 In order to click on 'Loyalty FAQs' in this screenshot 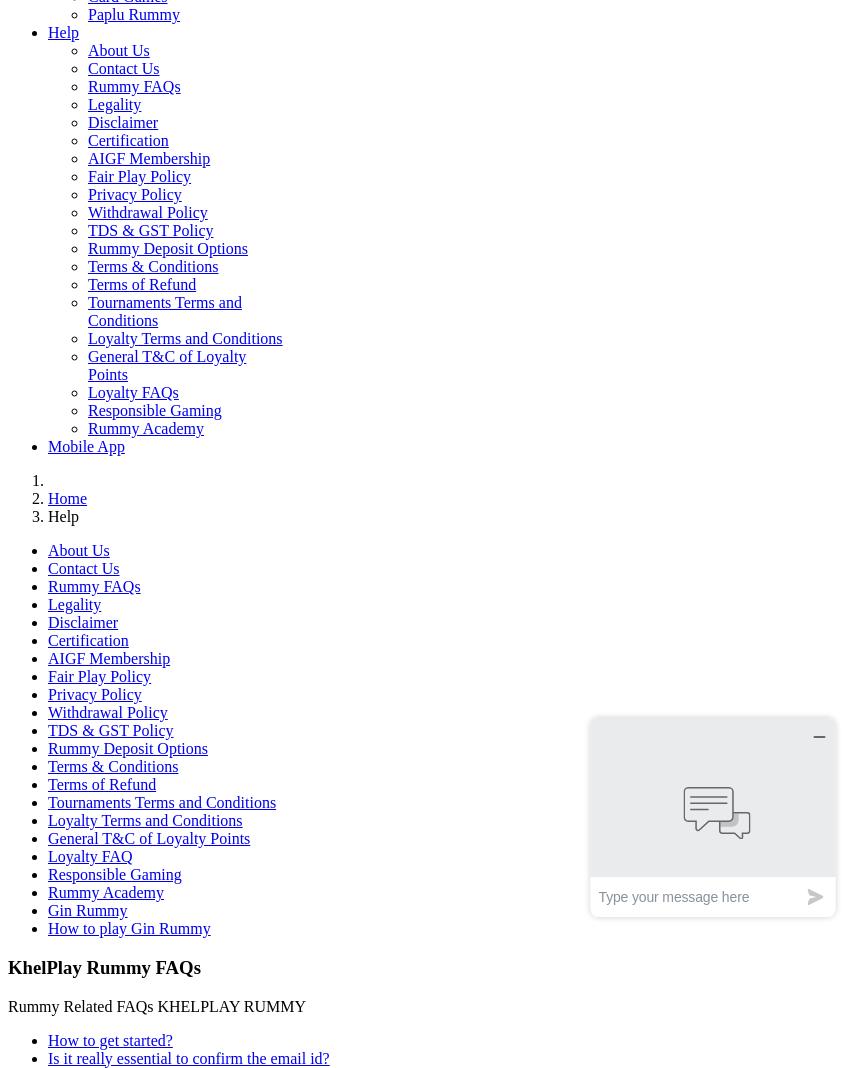, I will do `click(133, 391)`.